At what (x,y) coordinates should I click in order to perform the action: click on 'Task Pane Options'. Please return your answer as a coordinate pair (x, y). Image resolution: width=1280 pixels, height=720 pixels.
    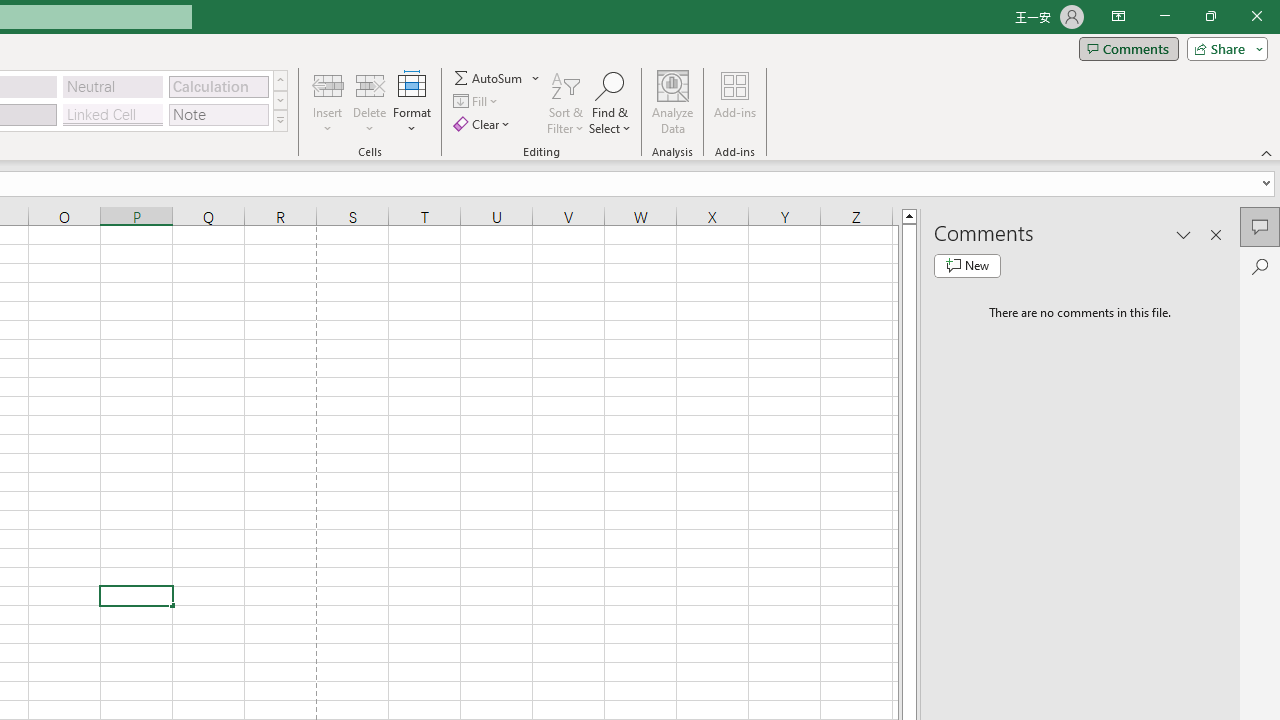
    Looking at the image, I should click on (1184, 234).